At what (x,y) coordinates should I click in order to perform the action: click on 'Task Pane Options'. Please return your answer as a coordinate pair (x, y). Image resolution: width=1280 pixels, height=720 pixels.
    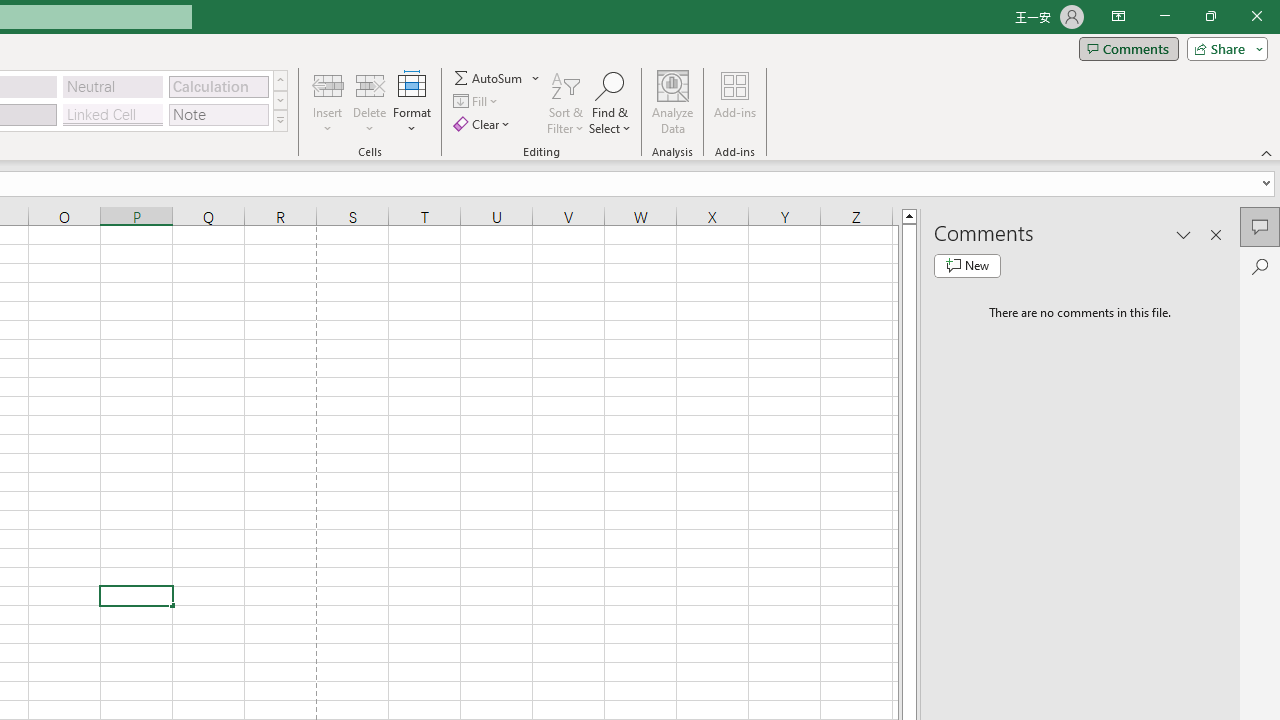
    Looking at the image, I should click on (1184, 234).